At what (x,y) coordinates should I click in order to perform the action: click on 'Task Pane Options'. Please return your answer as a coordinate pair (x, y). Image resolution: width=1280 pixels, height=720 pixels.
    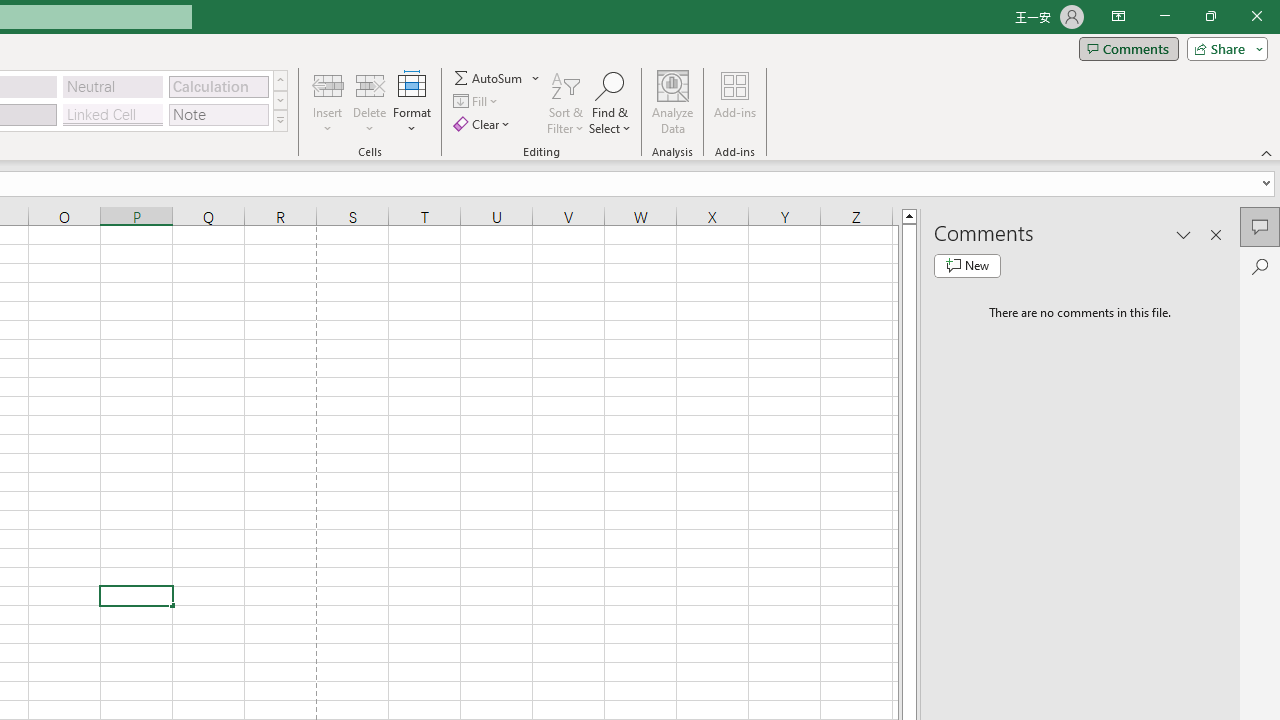
    Looking at the image, I should click on (1184, 234).